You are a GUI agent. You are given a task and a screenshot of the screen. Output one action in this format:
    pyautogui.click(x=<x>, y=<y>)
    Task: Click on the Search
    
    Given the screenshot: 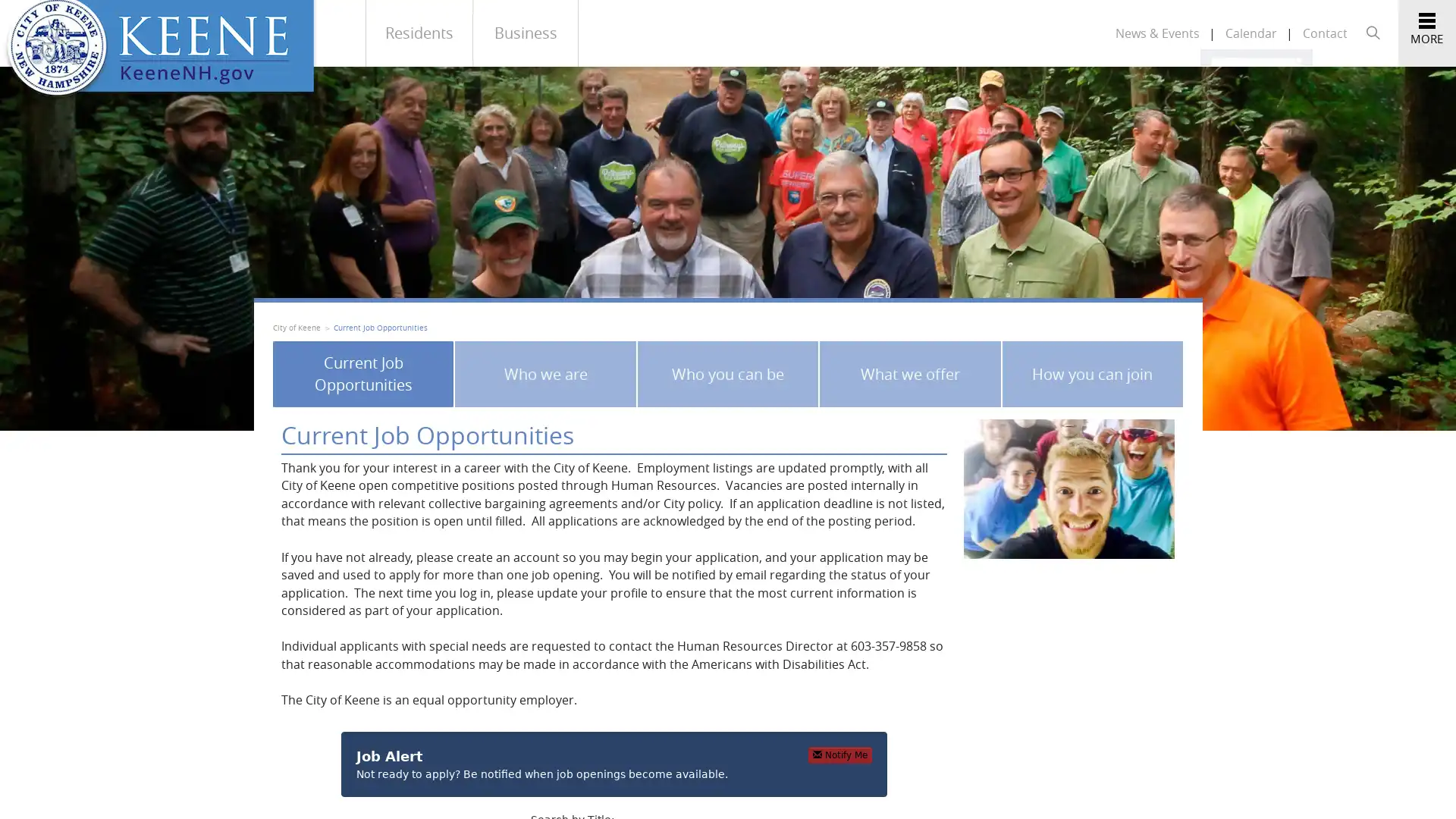 What is the action you would take?
    pyautogui.click(x=1288, y=76)
    